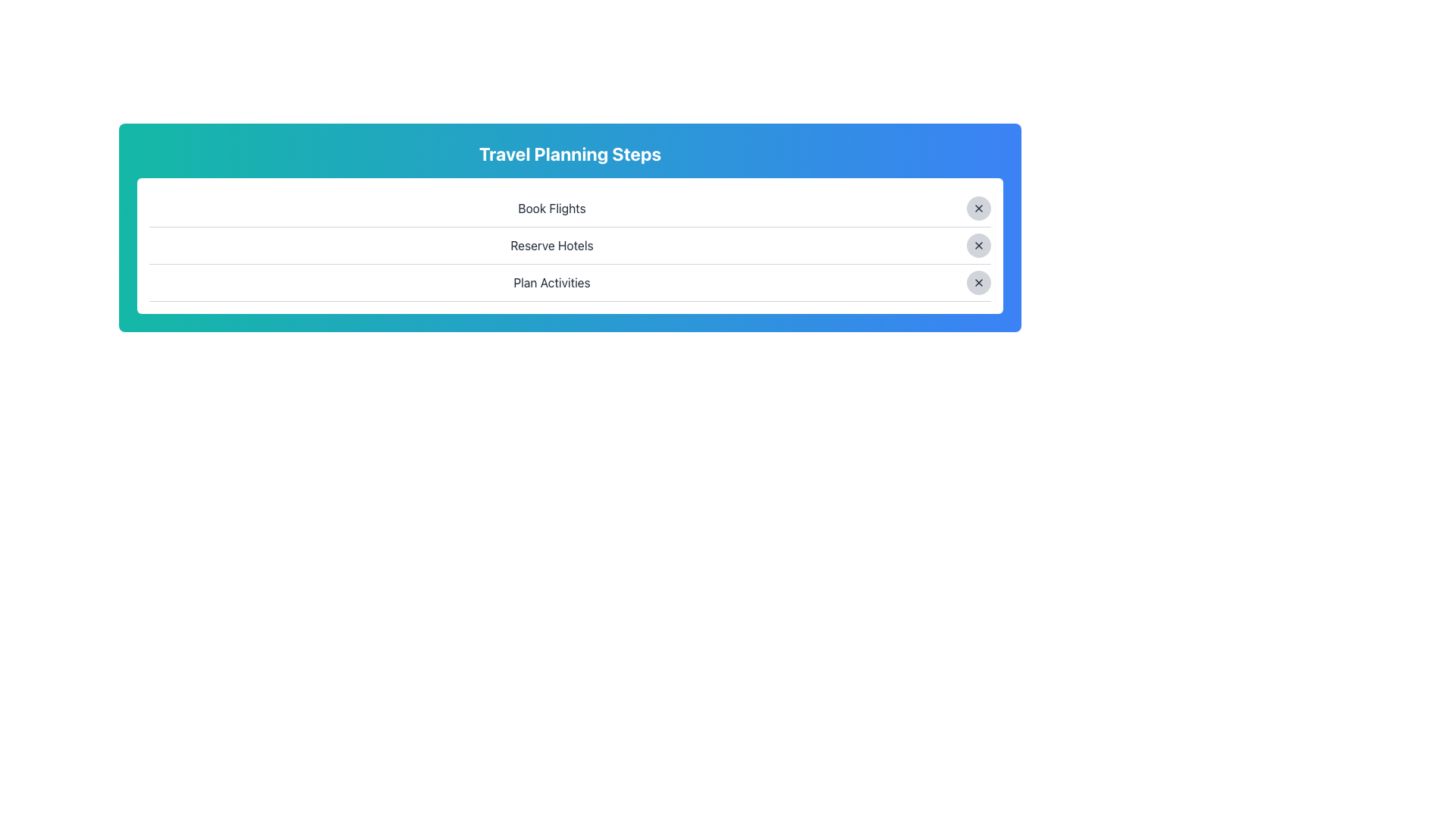  What do you see at coordinates (570, 283) in the screenshot?
I see `the 'Plan Activities' list item, which displays the text in black font and has a circular button with an 'x' icon on the right` at bounding box center [570, 283].